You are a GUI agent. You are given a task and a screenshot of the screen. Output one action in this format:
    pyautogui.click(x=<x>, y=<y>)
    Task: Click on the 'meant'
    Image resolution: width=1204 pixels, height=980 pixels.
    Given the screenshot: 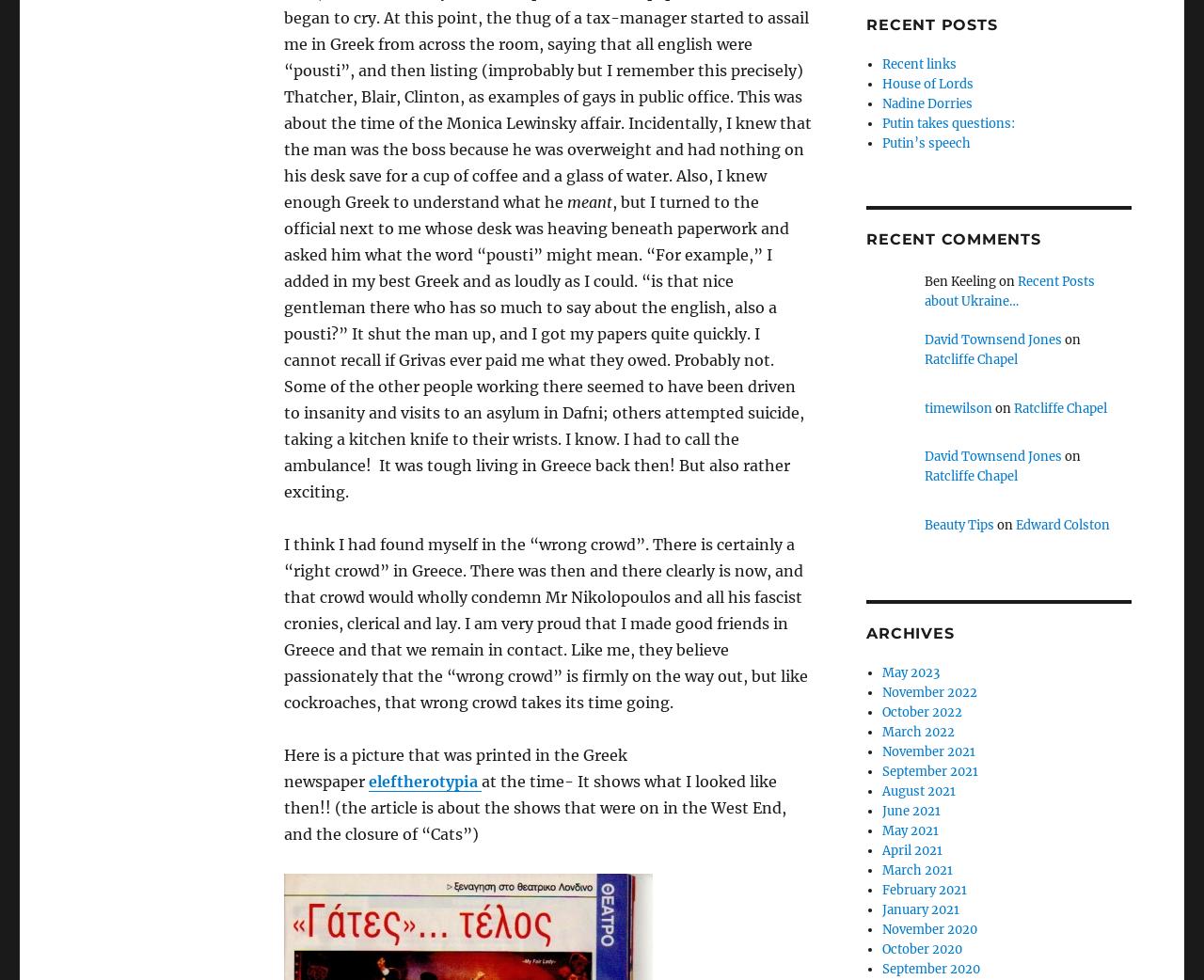 What is the action you would take?
    pyautogui.click(x=588, y=200)
    